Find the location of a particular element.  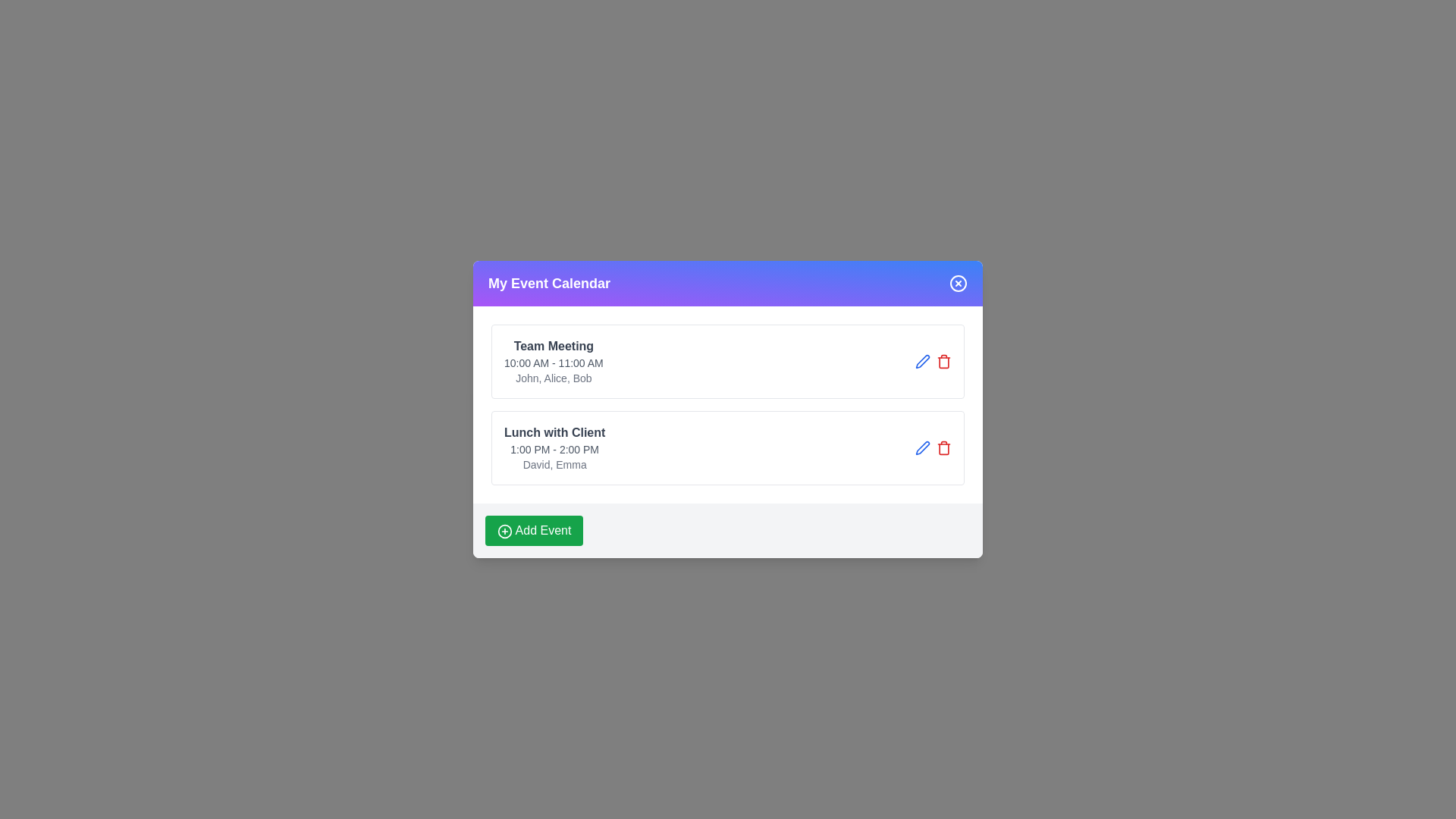

the red trash bin icon in the interactive button group is located at coordinates (932, 447).